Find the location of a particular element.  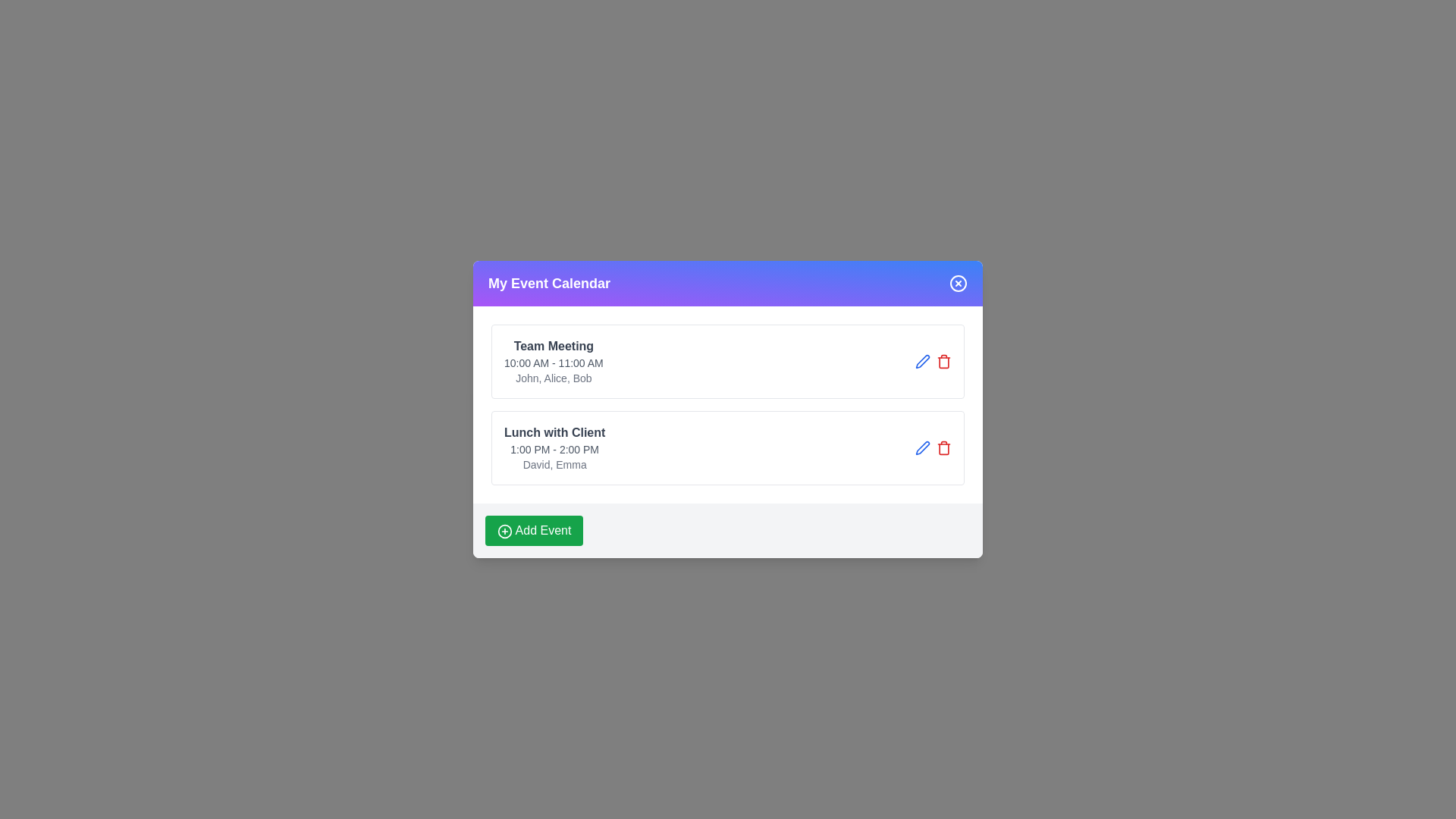

the red trash bin icon in the interactive button group is located at coordinates (932, 447).